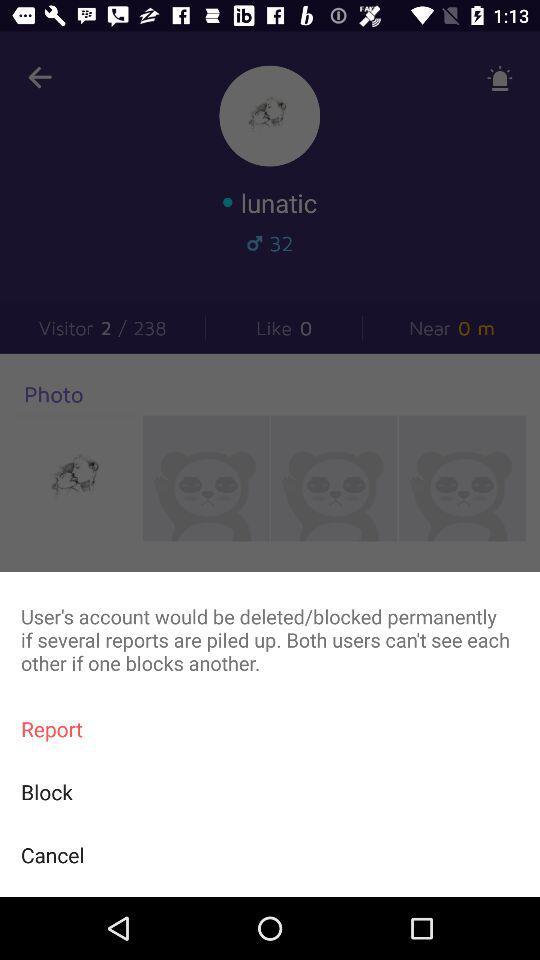  Describe the element at coordinates (270, 792) in the screenshot. I see `icon below the report item` at that location.